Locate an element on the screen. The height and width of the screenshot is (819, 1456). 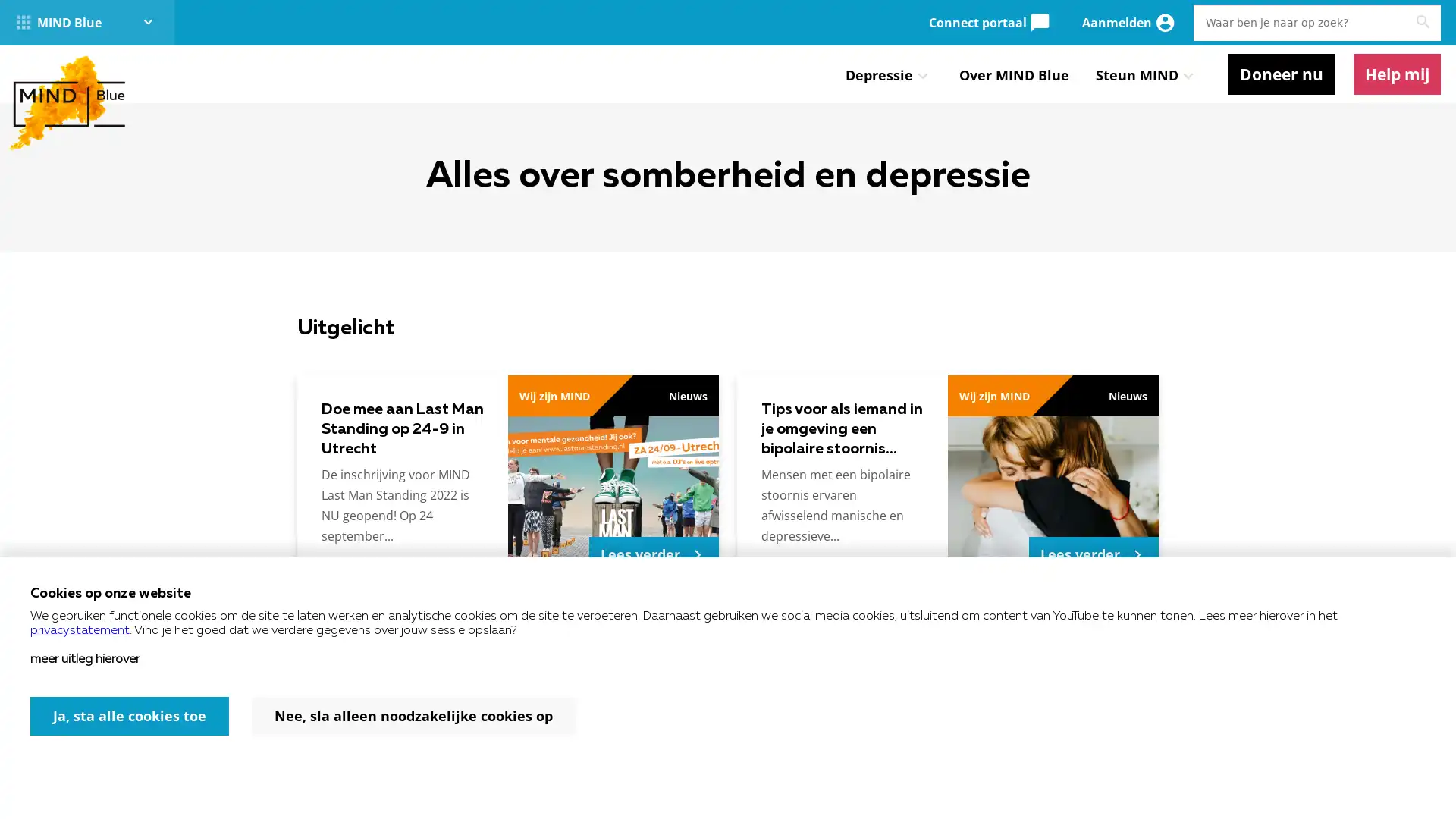
Nee, sla alleen noodzakelijke cookies op is located at coordinates (413, 716).